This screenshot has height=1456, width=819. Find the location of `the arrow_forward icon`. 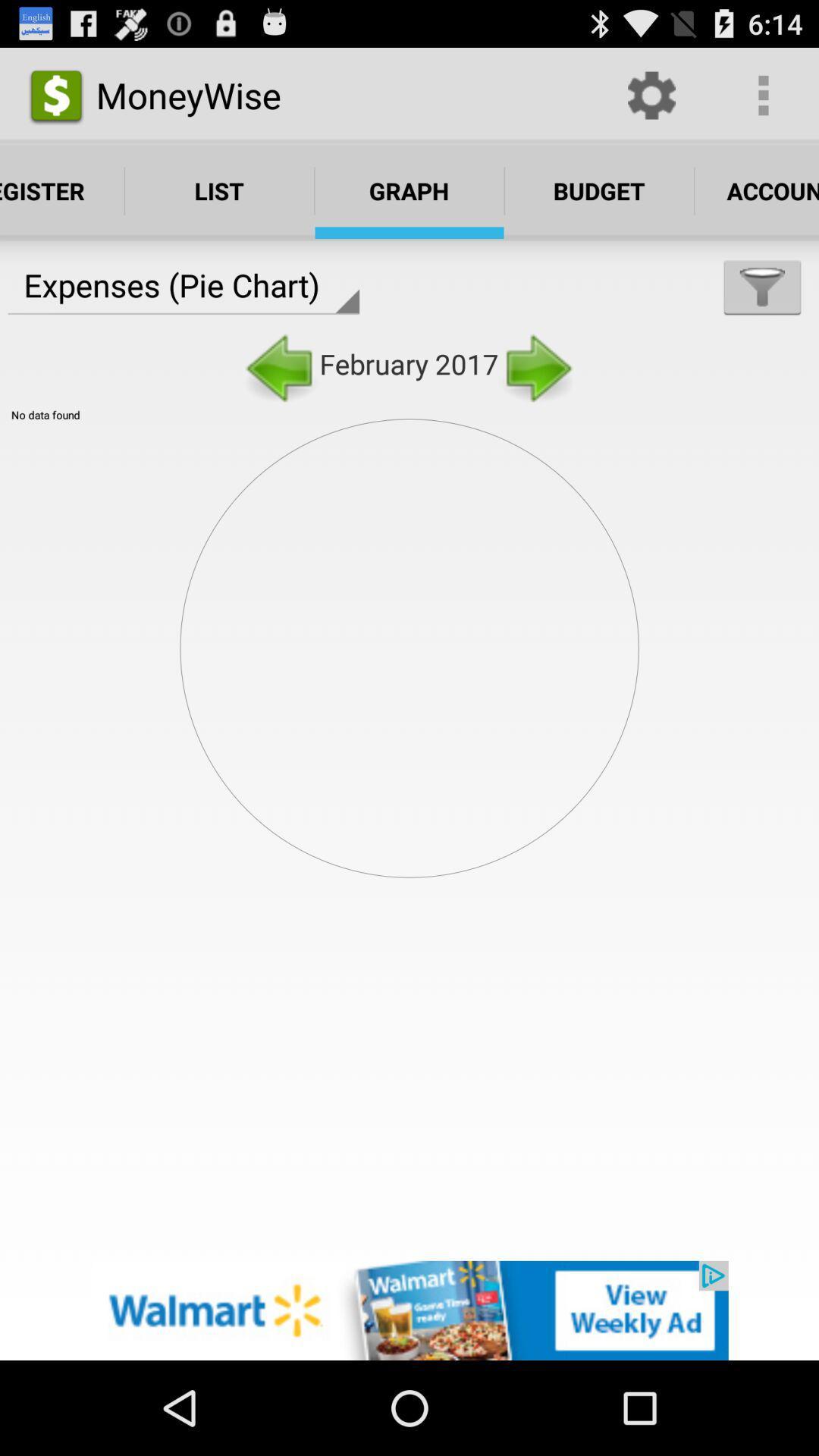

the arrow_forward icon is located at coordinates (535, 390).